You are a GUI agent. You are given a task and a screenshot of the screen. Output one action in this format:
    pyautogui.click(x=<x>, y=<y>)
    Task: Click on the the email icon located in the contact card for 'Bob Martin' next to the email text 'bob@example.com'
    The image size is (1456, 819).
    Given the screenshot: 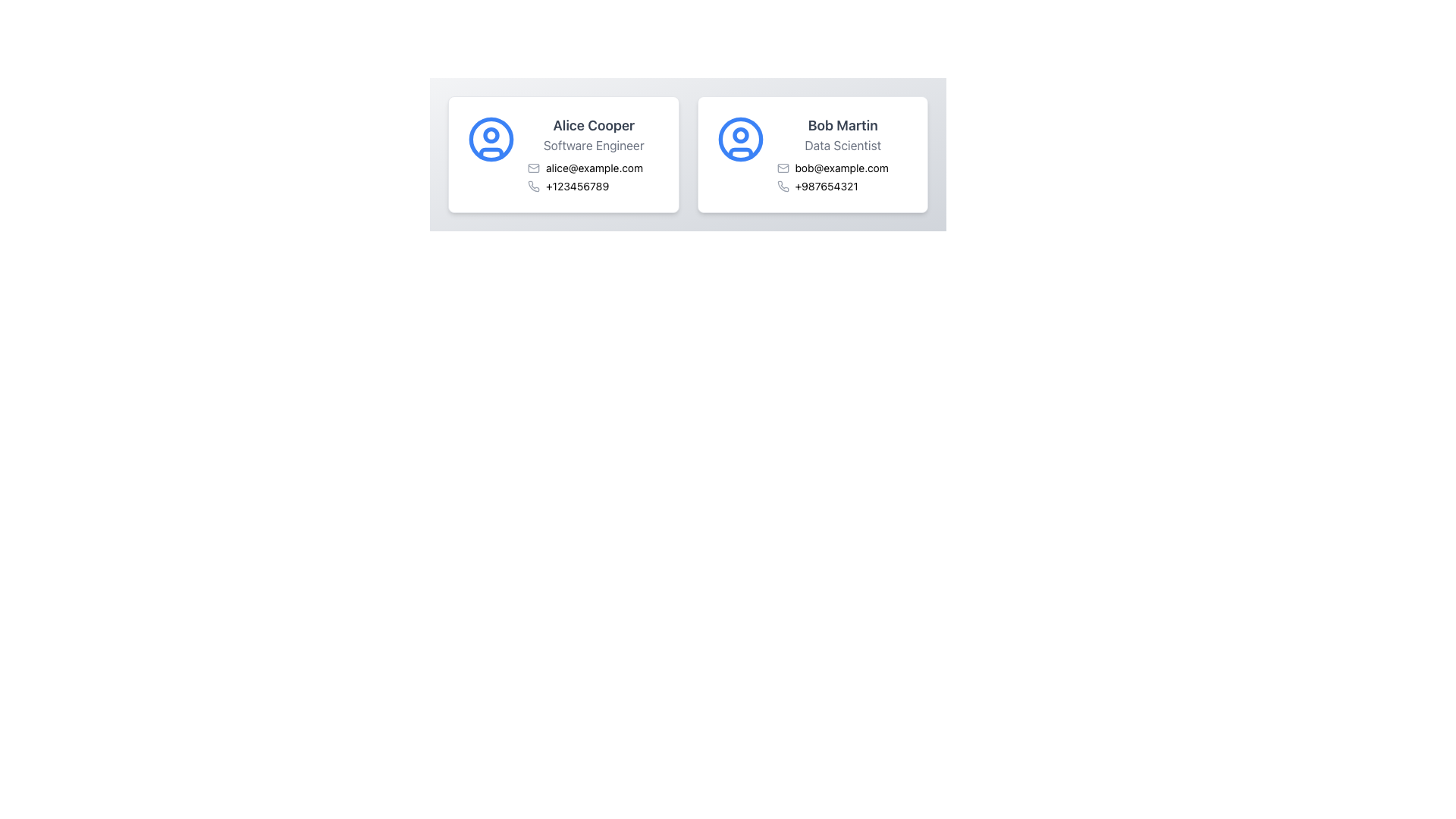 What is the action you would take?
    pyautogui.click(x=783, y=168)
    